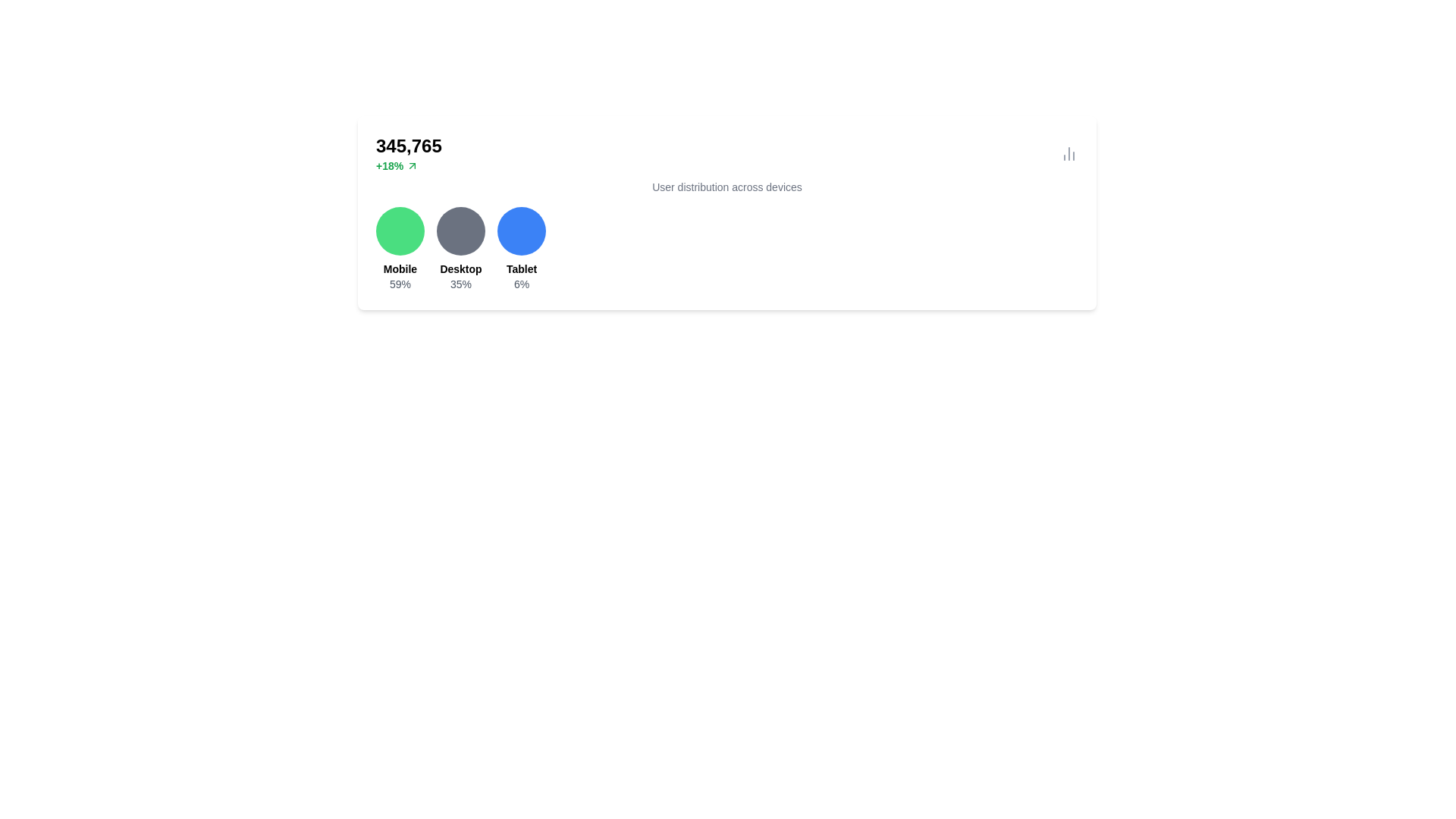 The image size is (1456, 819). I want to click on the text label displaying 'Tablet' which is bold and medium-sized, located beneath a blue circular element and above '6%', so click(521, 268).